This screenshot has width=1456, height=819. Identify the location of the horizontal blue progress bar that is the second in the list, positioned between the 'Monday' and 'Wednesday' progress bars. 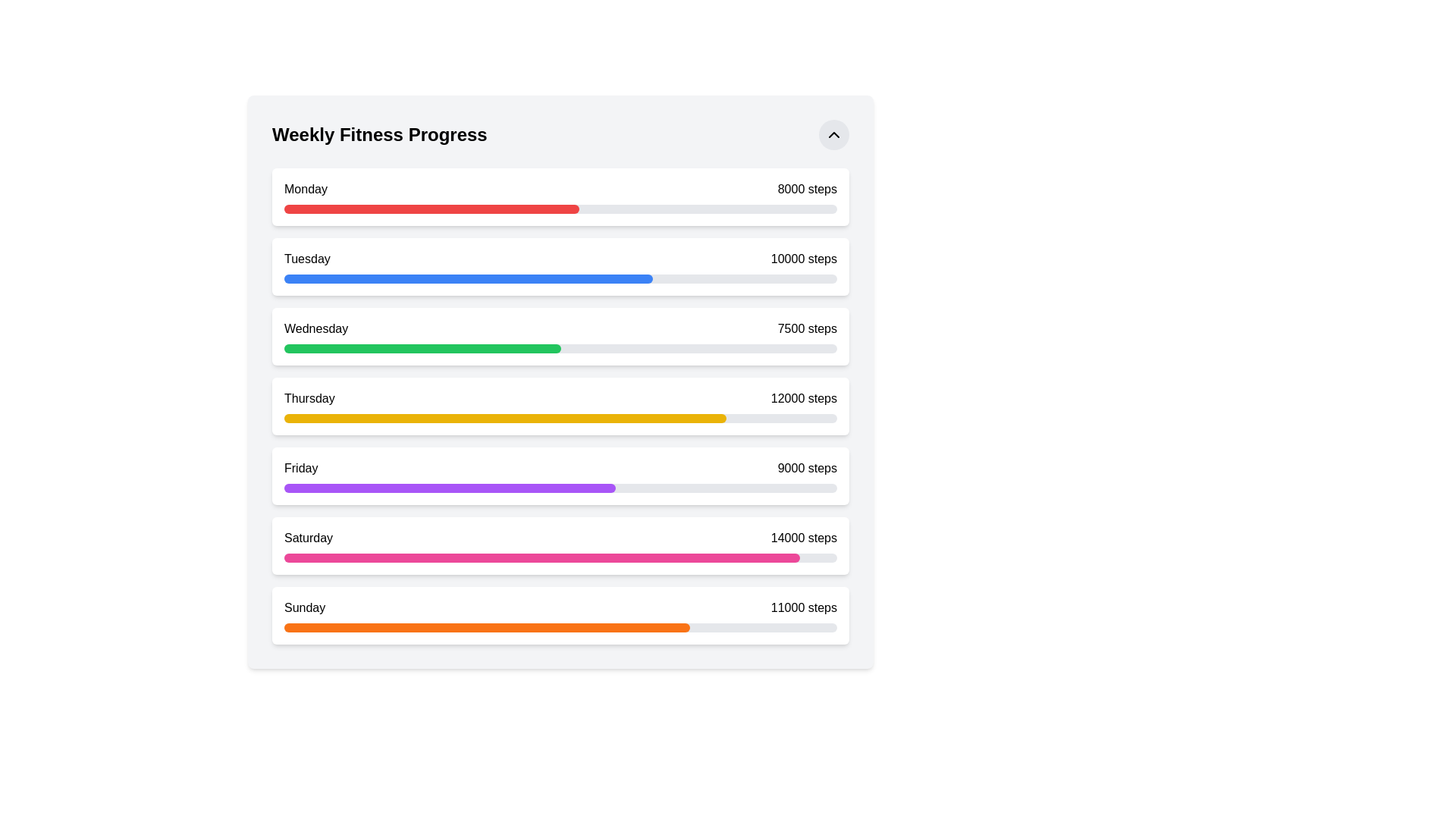
(468, 278).